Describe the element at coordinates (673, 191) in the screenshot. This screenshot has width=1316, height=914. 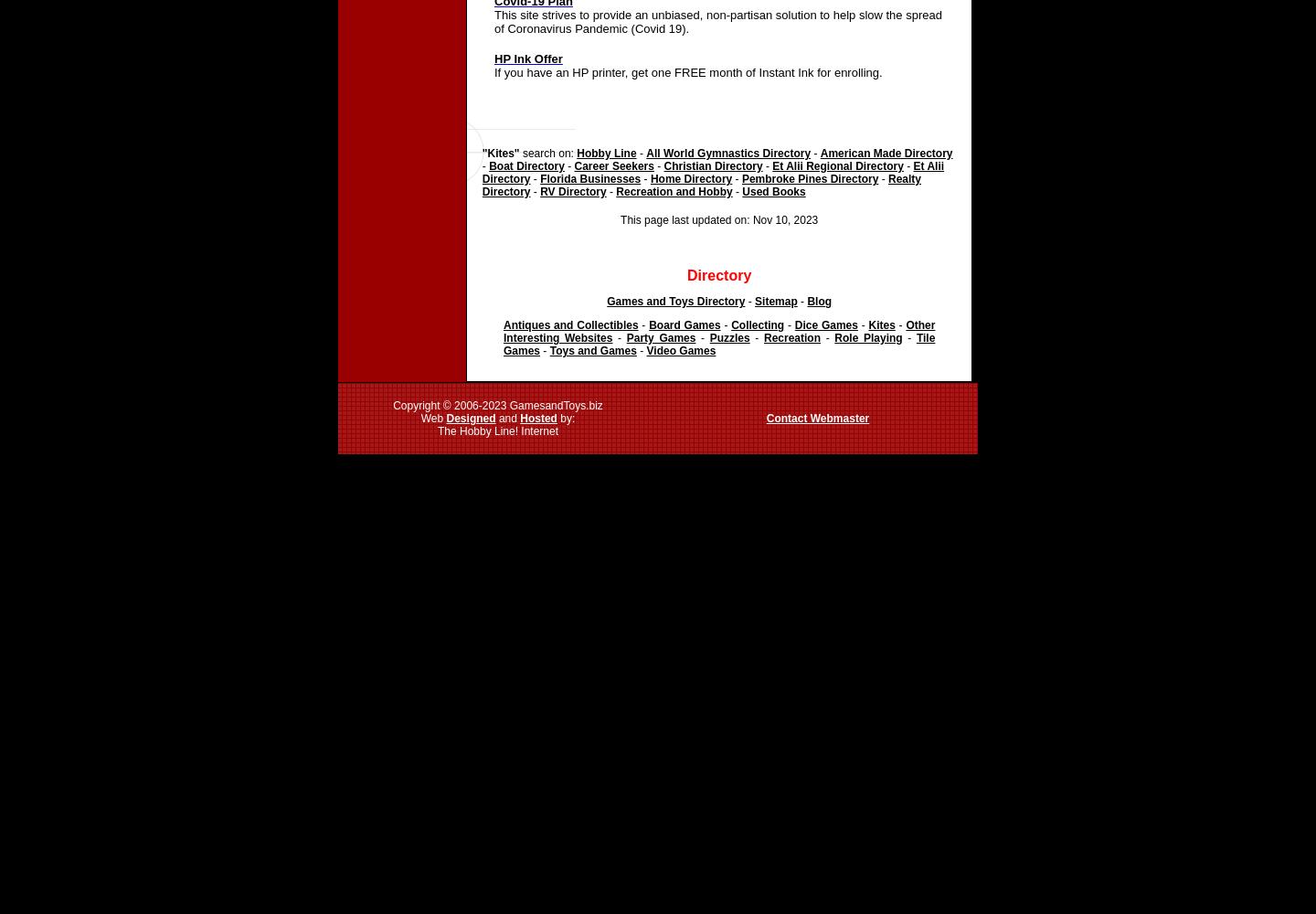
I see `'Recreation and Hobby'` at that location.